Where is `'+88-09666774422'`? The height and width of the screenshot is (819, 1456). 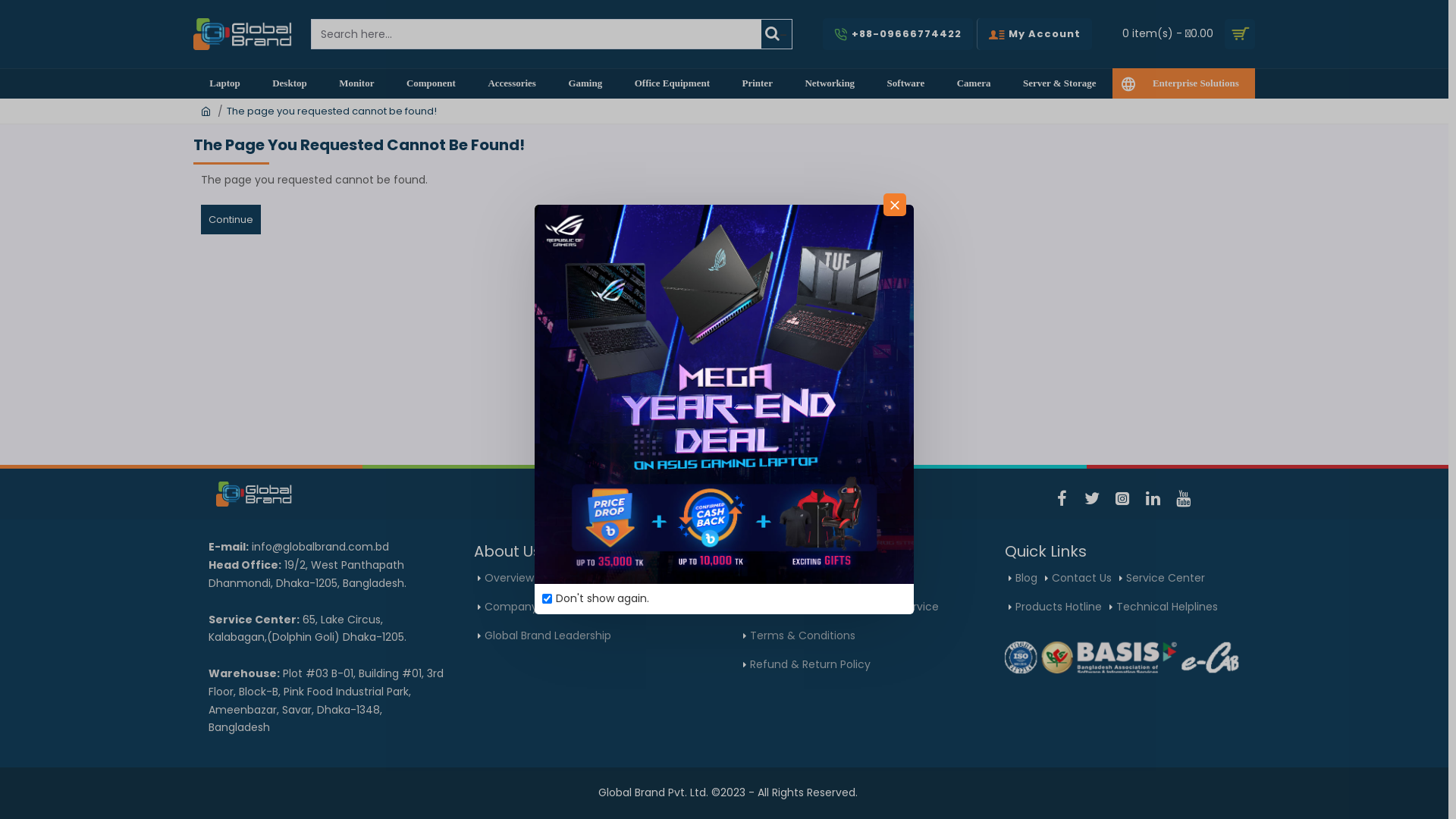 '+88-09666774422' is located at coordinates (898, 34).